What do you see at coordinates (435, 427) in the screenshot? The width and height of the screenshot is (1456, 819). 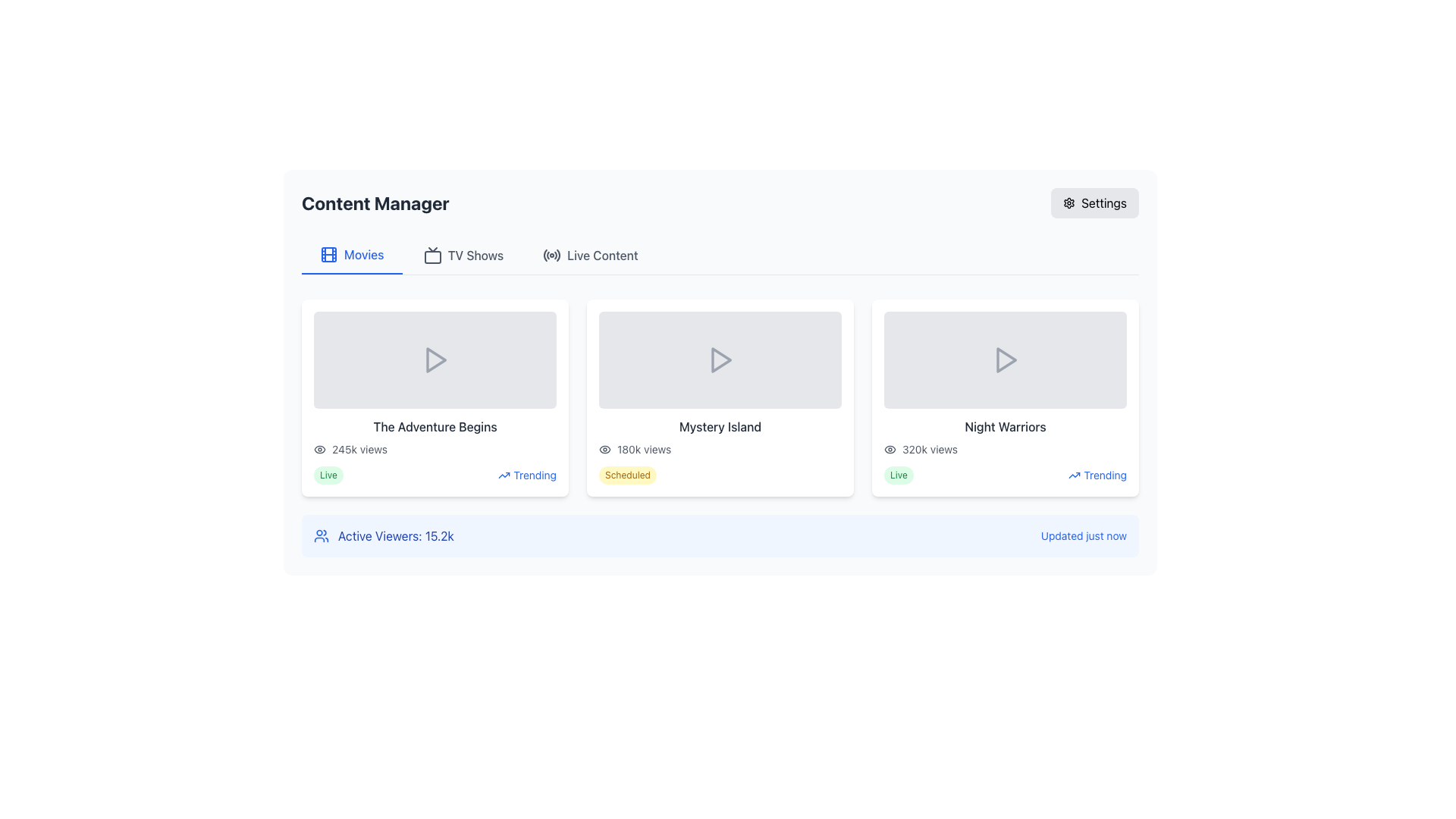 I see `the text label displaying 'The Adventure Begins' in a medium-sized, black font located within the first card of the horizontally aligned series of video cards under the 'Movies' tab` at bounding box center [435, 427].